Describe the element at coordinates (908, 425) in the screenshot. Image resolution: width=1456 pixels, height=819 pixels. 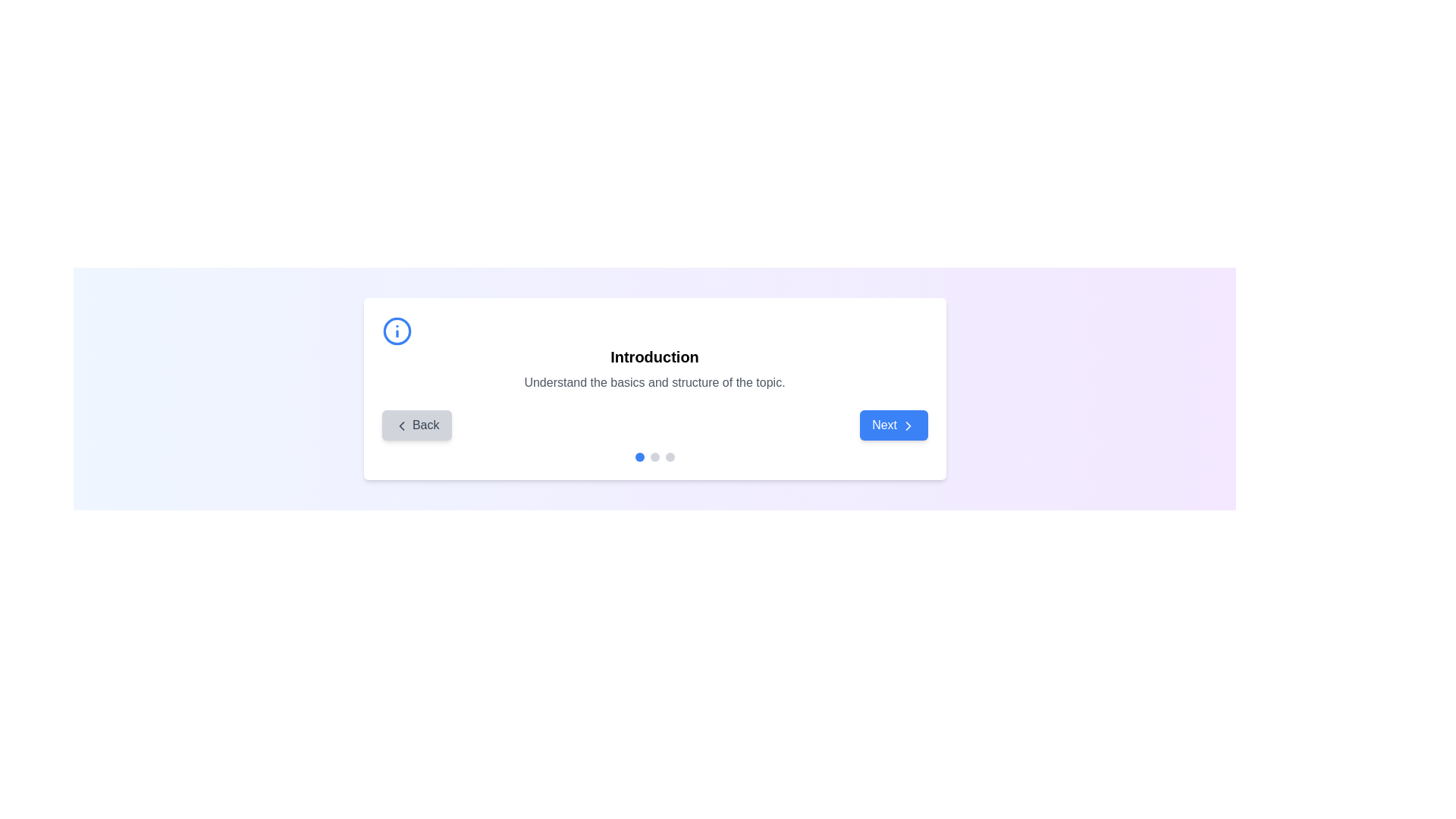
I see `the Chevron icon located at the far-right margin of the 'Next' button` at that location.